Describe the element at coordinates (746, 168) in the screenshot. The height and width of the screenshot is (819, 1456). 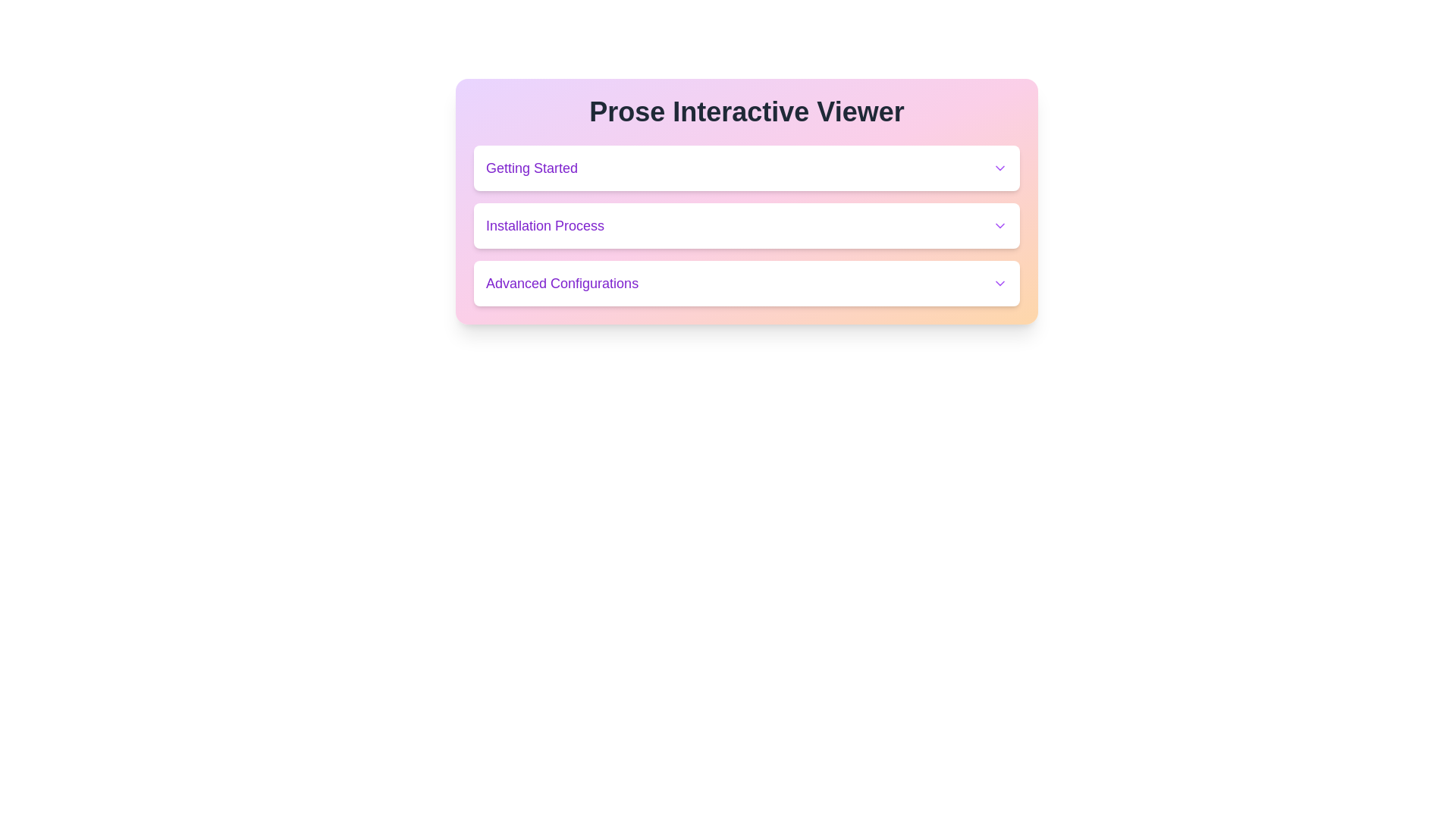
I see `the dropdown button located in the uppermost section of the stacked layout` at that location.